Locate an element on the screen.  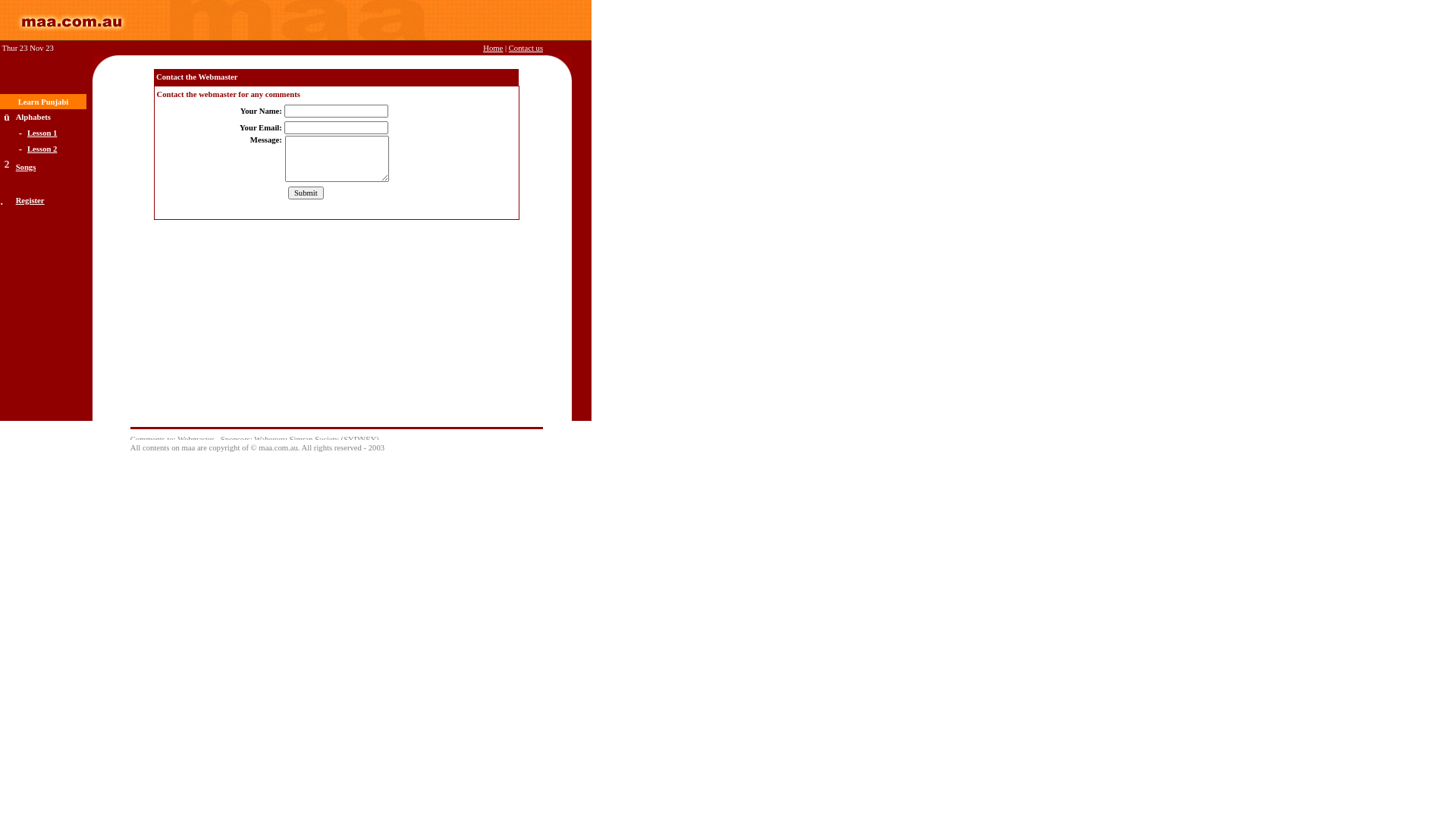
'Contact us' is located at coordinates (526, 47).